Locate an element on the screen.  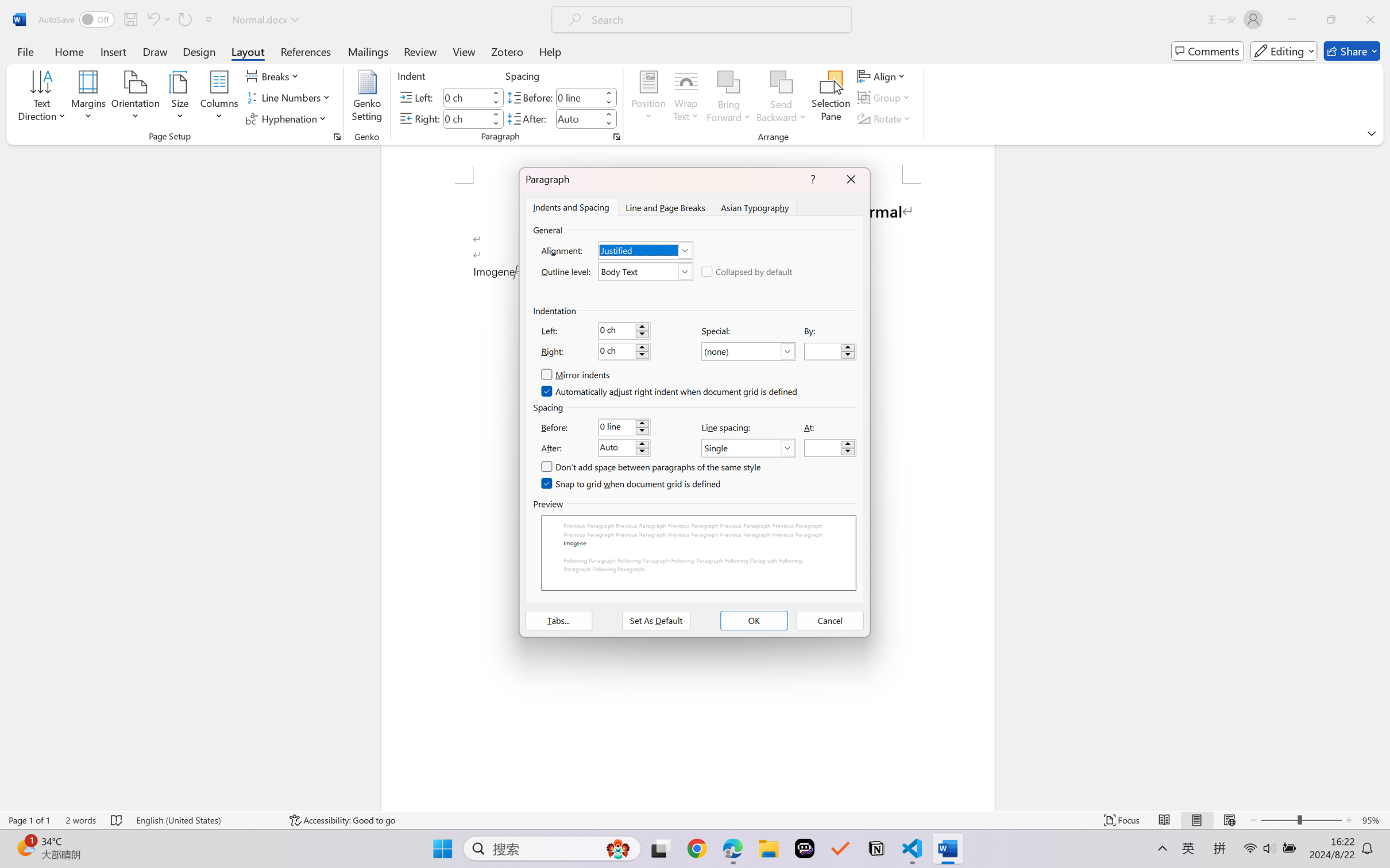
'Text Direction' is located at coordinates (42, 98).